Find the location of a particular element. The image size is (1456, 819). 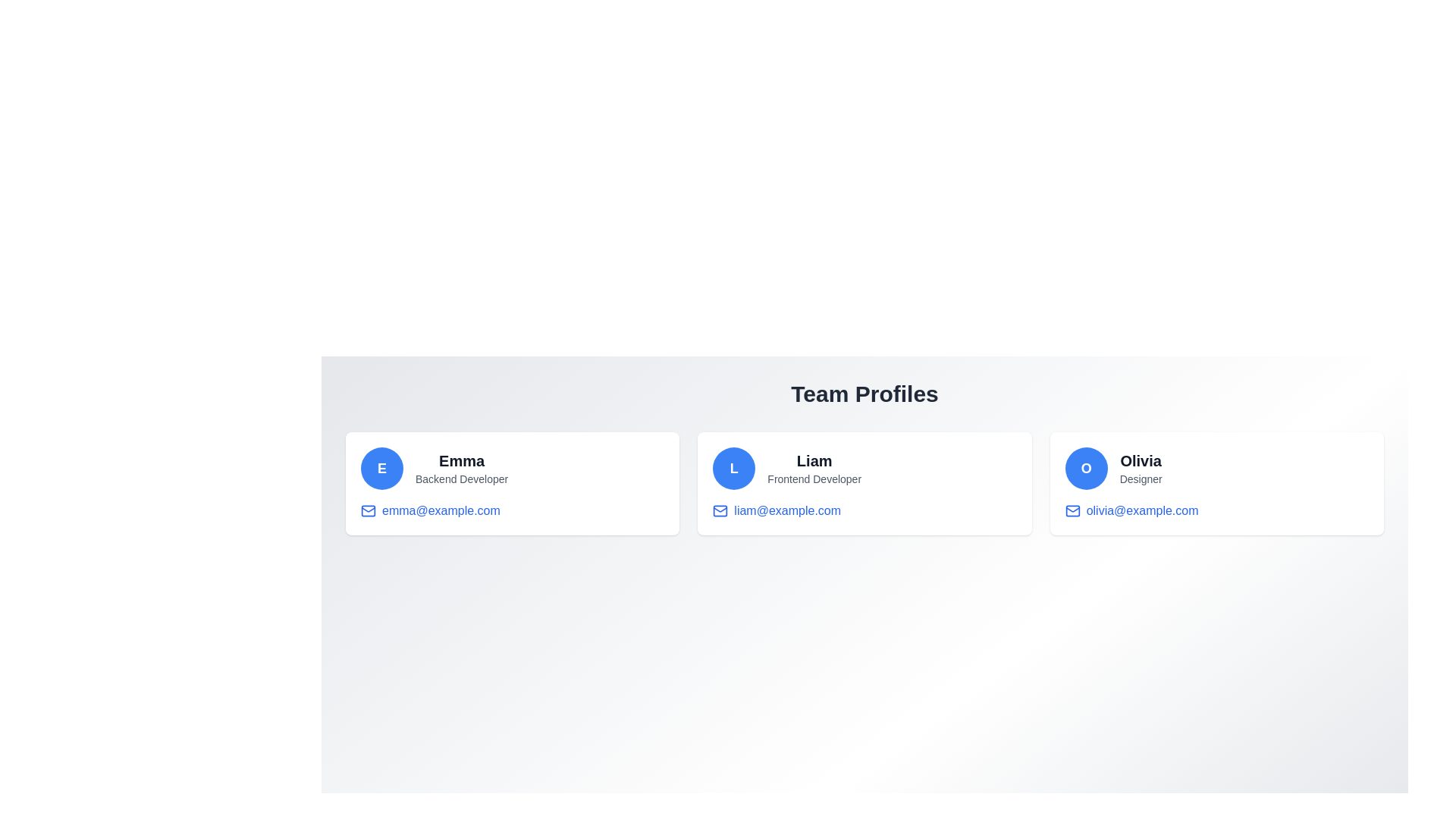

the text display containing 'Emma' and 'Backend Developer' is located at coordinates (461, 467).